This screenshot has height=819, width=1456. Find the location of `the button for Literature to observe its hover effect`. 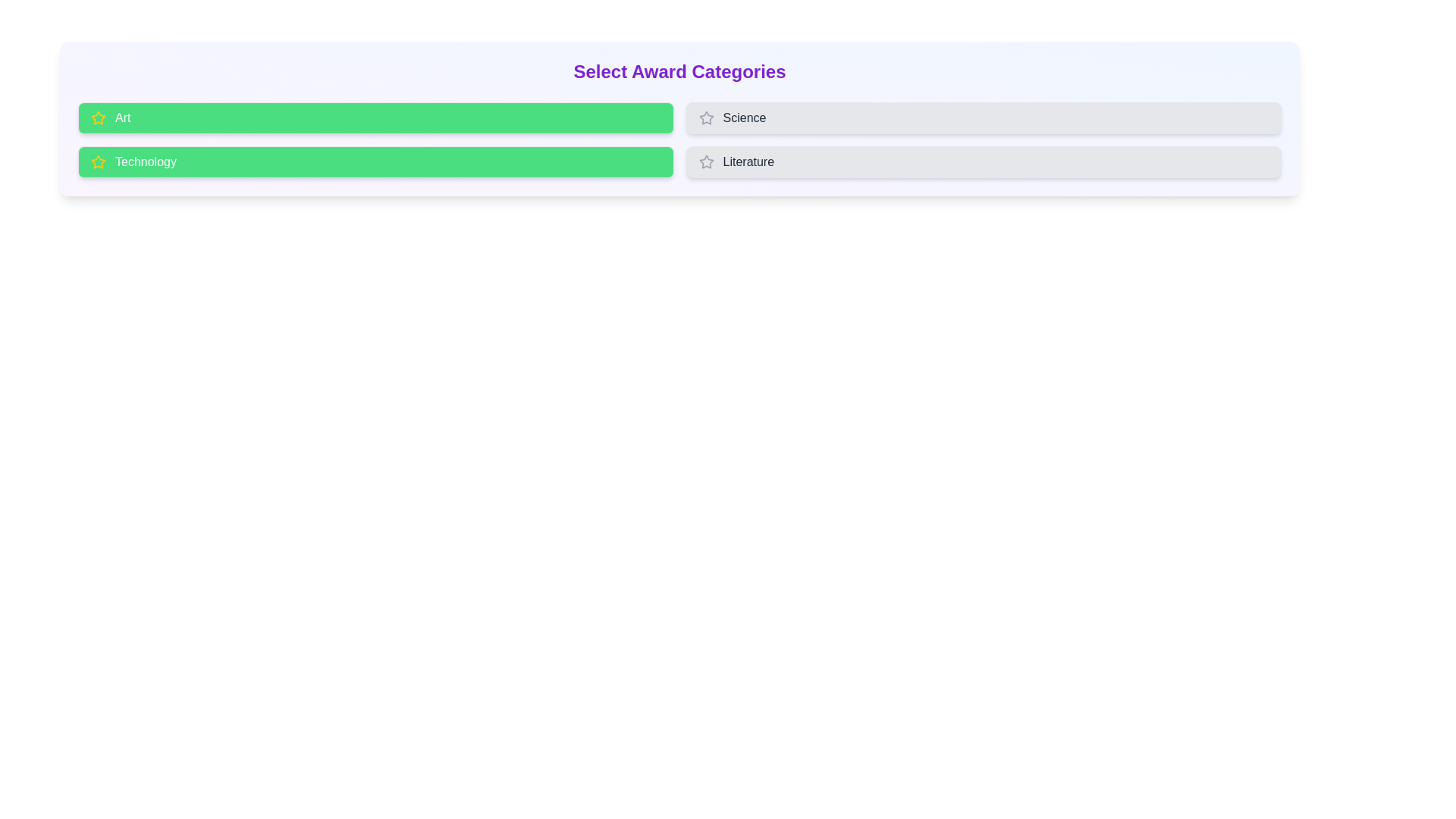

the button for Literature to observe its hover effect is located at coordinates (984, 162).